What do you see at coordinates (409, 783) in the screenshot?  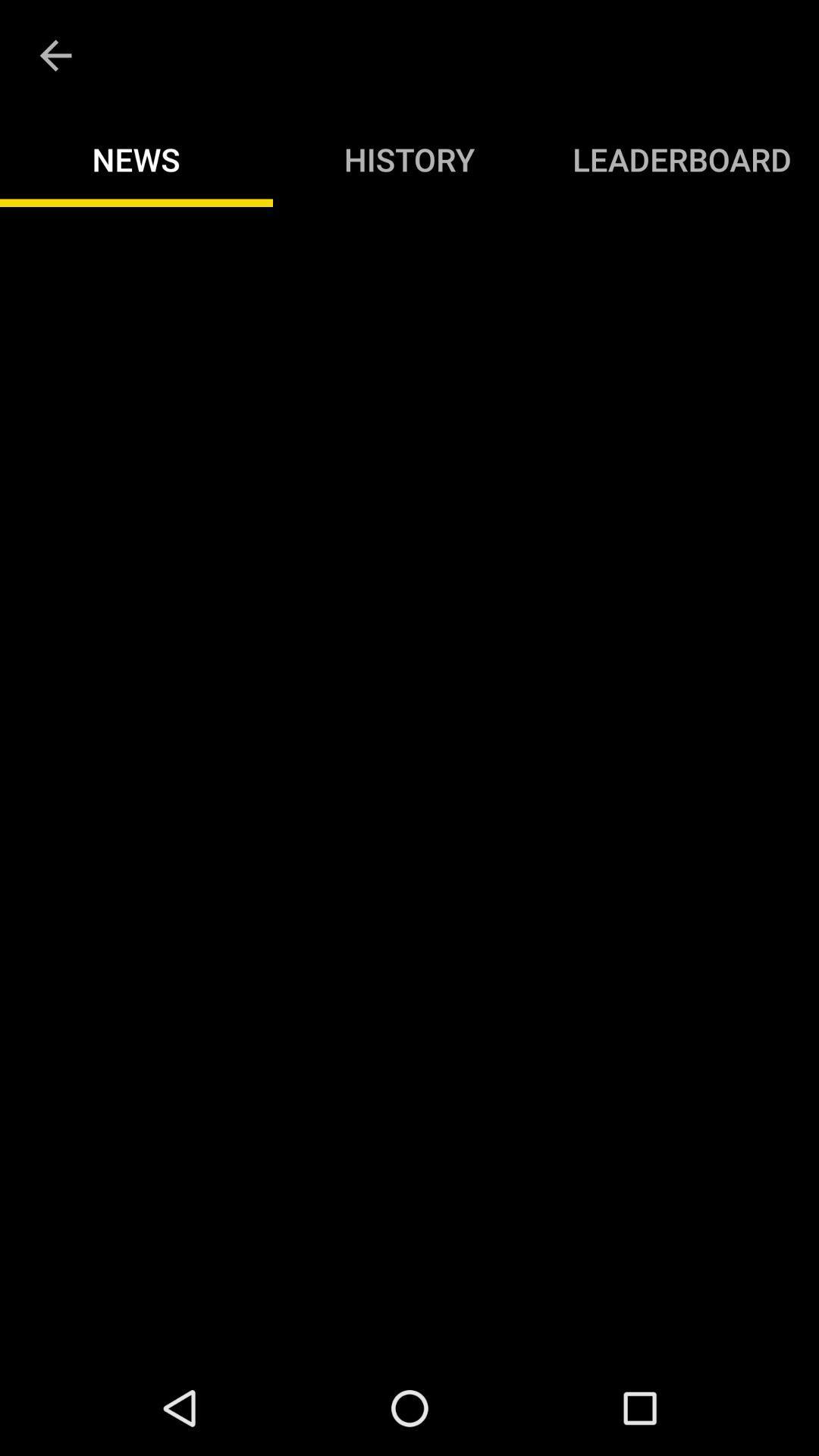 I see `adventisment page` at bounding box center [409, 783].